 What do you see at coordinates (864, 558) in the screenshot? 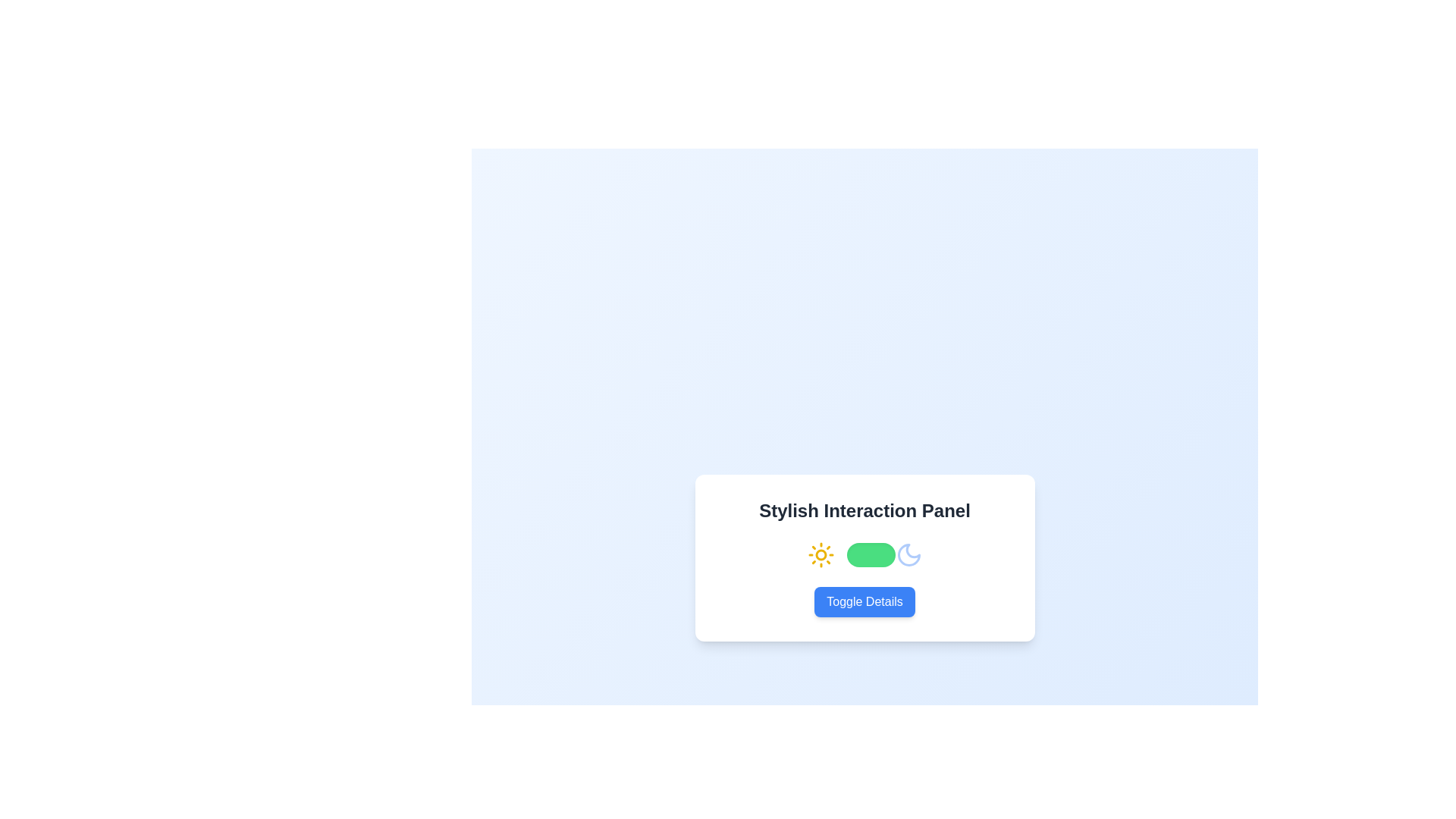
I see `the handle of the toggle switch located in the Stylish Interaction Panel` at bounding box center [864, 558].